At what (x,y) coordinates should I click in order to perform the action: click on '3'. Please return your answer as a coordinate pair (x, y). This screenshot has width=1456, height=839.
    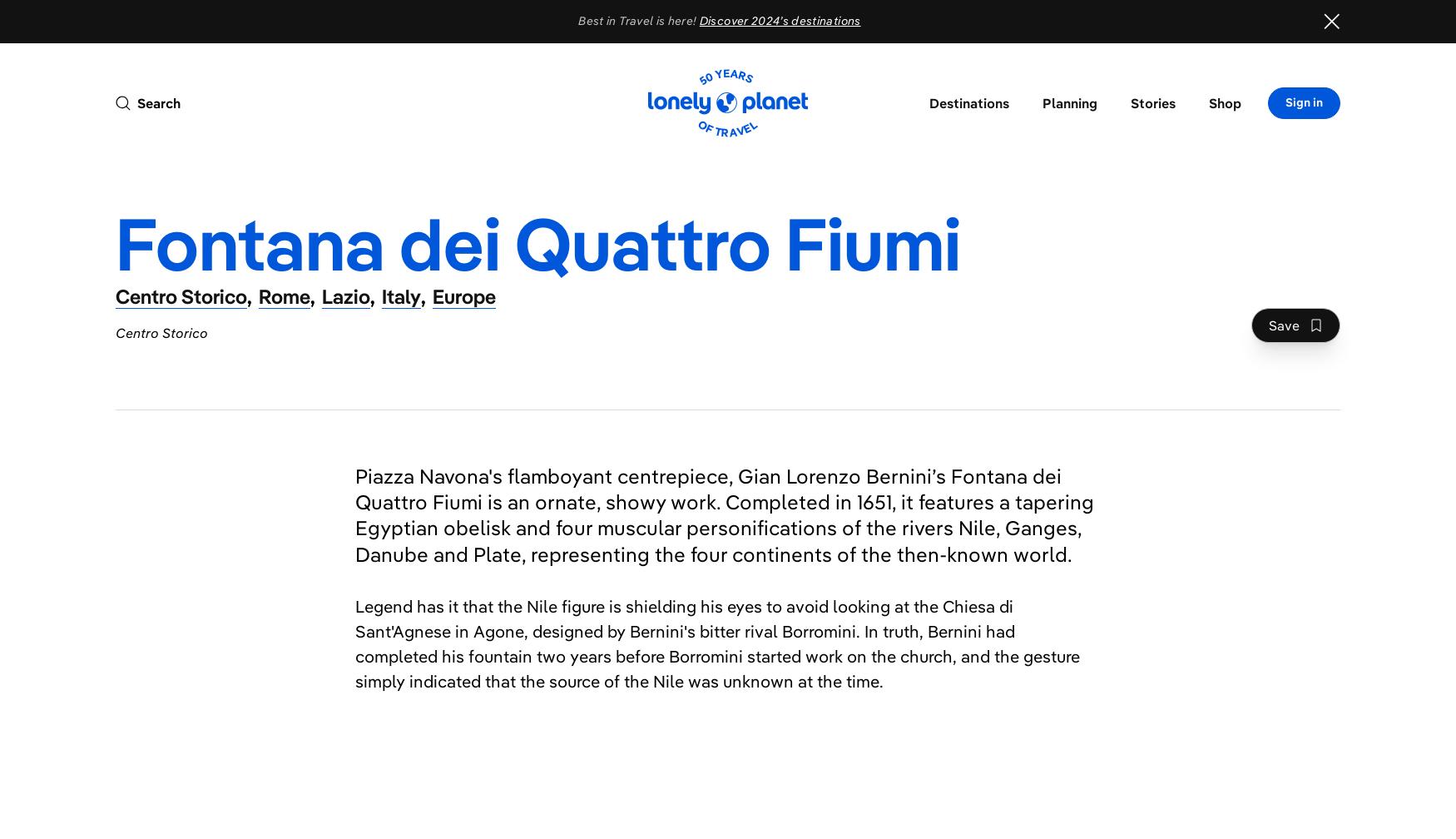
    Looking at the image, I should click on (752, 598).